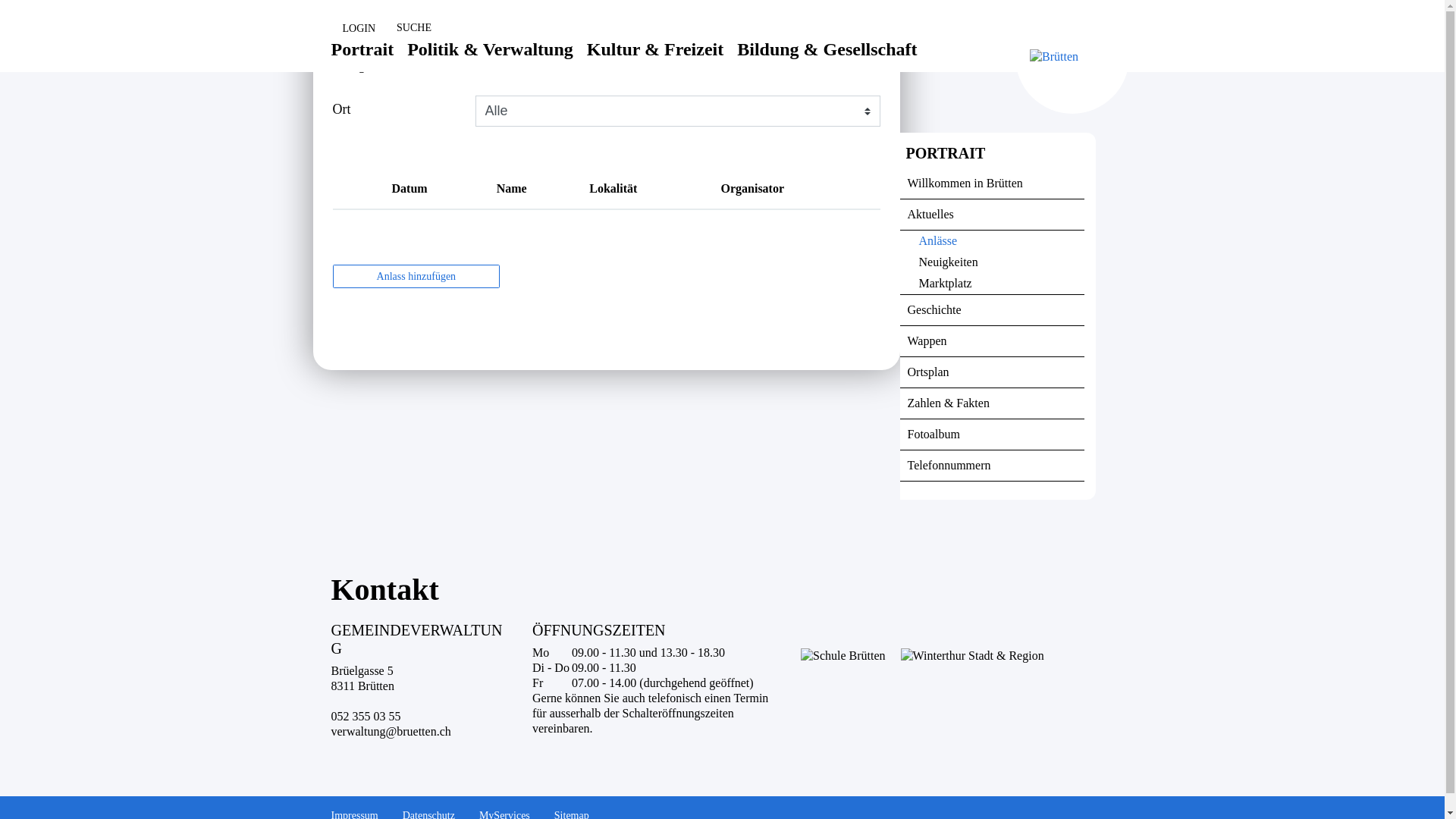 This screenshot has width=1456, height=819. Describe the element at coordinates (991, 341) in the screenshot. I see `'Wappen'` at that location.